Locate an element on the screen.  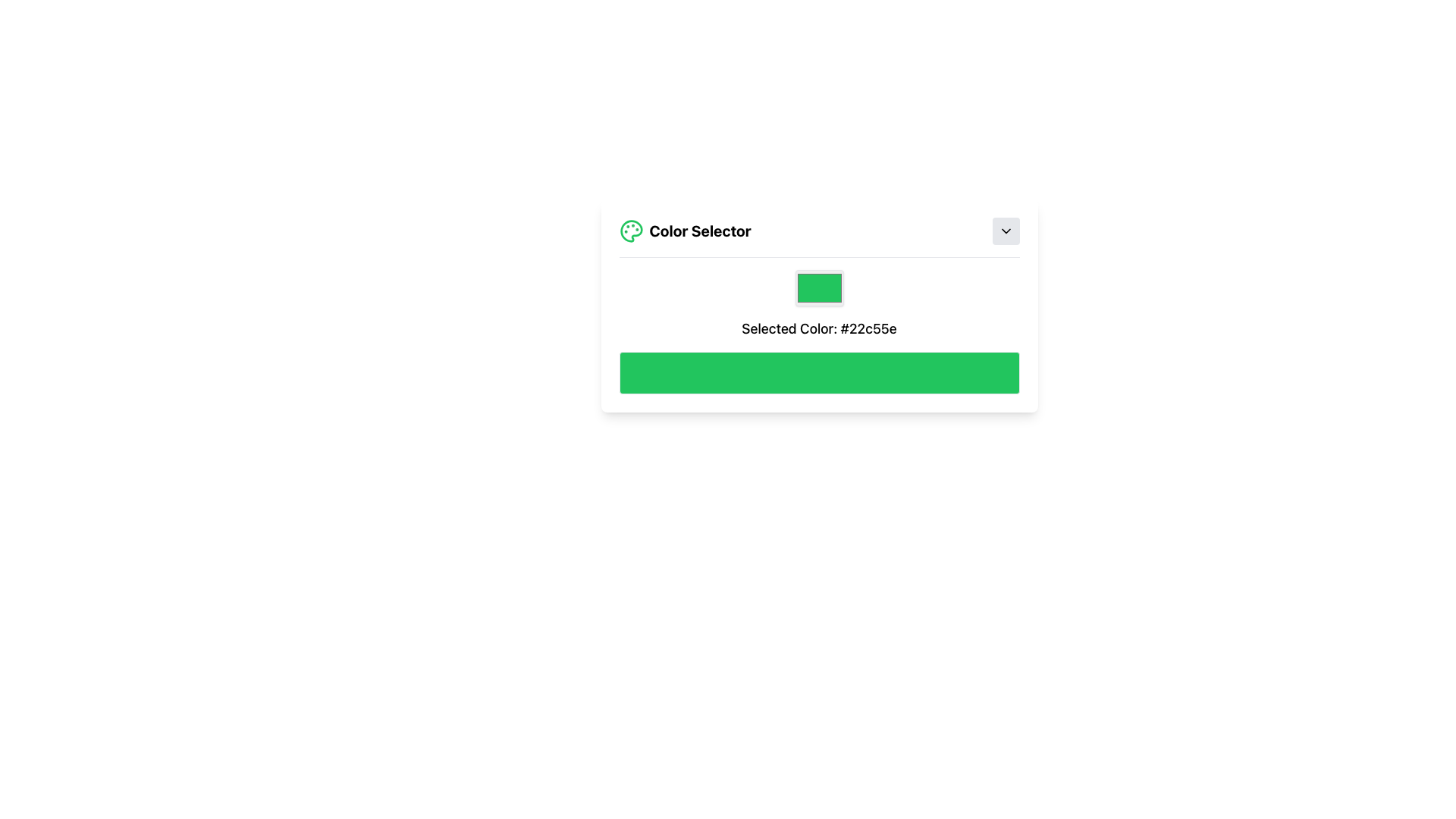
the 'Color Selector' Text Label, which is aligned with a palette icon to its left and located at the top of the interface is located at coordinates (699, 231).